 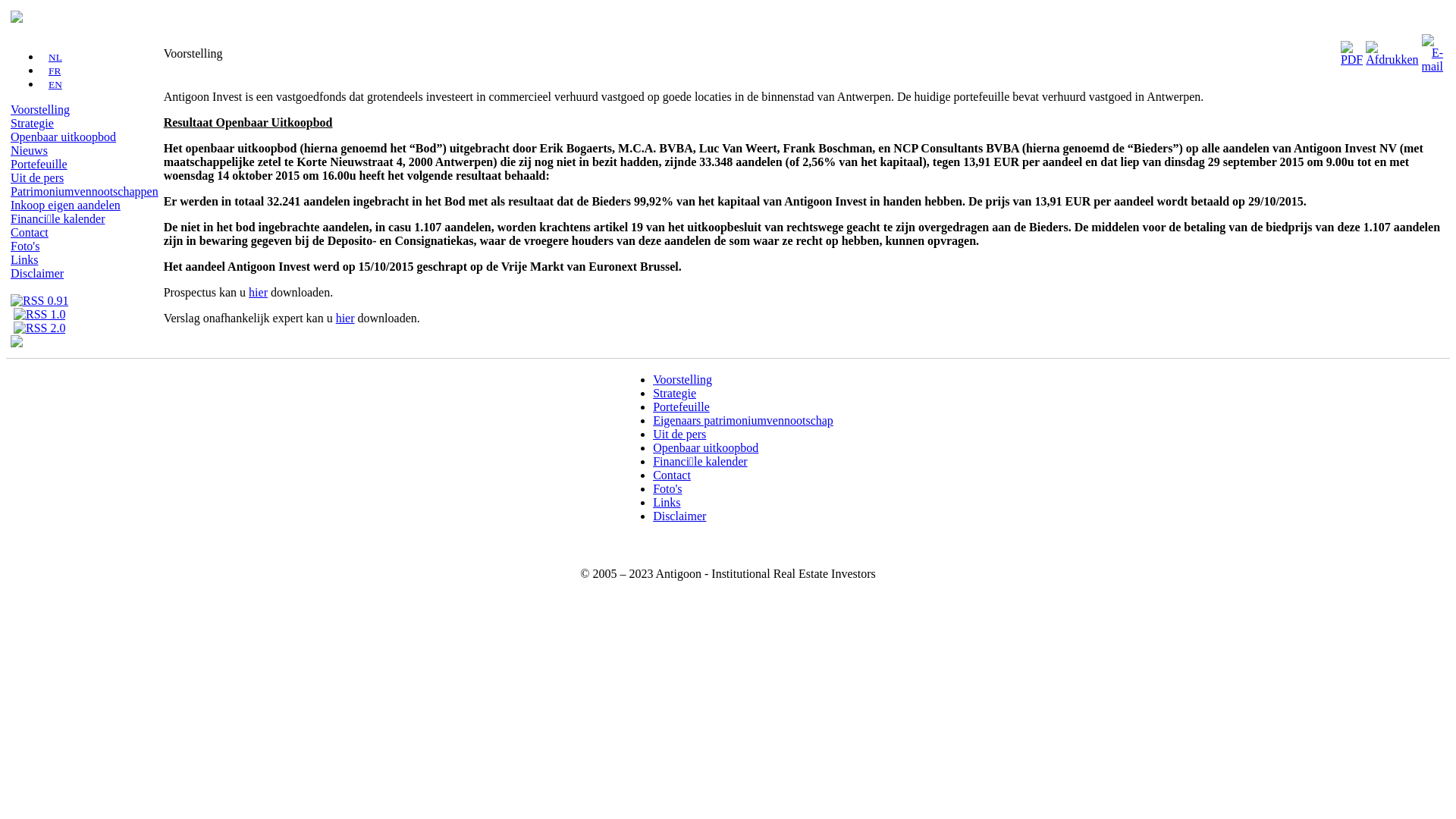 What do you see at coordinates (11, 150) in the screenshot?
I see `'Nieuws'` at bounding box center [11, 150].